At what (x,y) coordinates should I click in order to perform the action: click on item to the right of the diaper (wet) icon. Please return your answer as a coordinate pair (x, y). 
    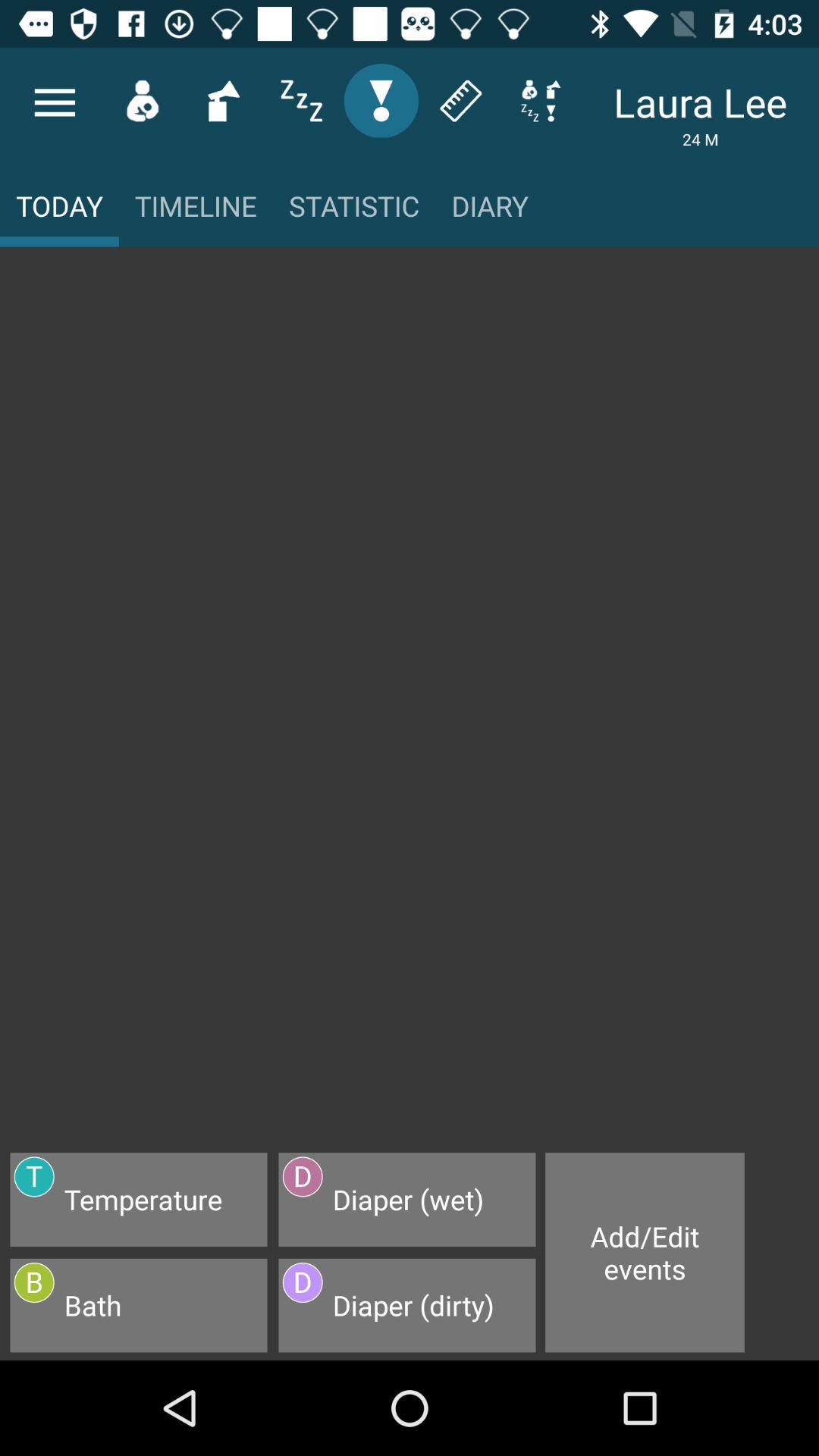
    Looking at the image, I should click on (645, 1252).